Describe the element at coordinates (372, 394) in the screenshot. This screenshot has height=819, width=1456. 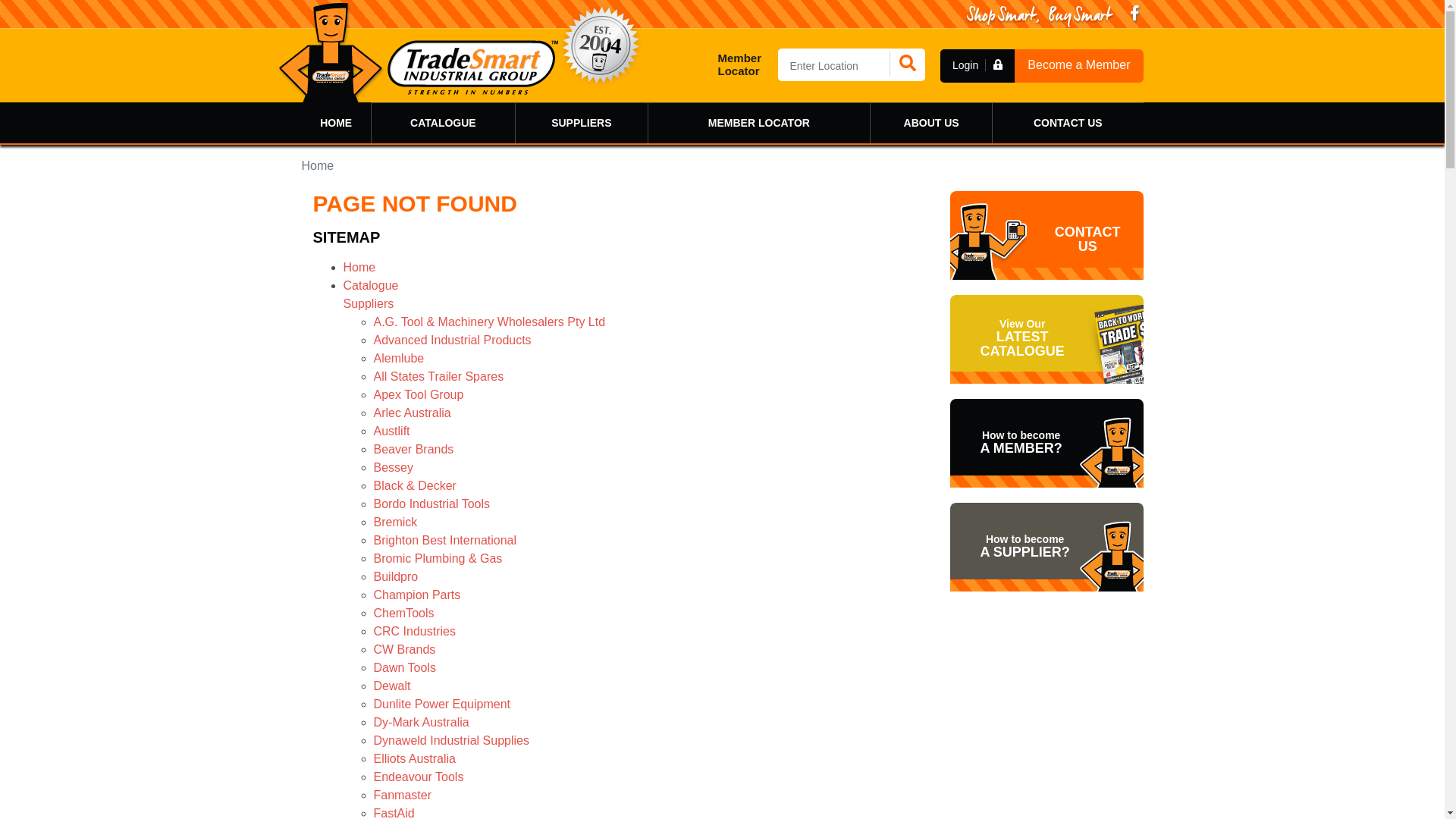
I see `'Apex Tool Group'` at that location.